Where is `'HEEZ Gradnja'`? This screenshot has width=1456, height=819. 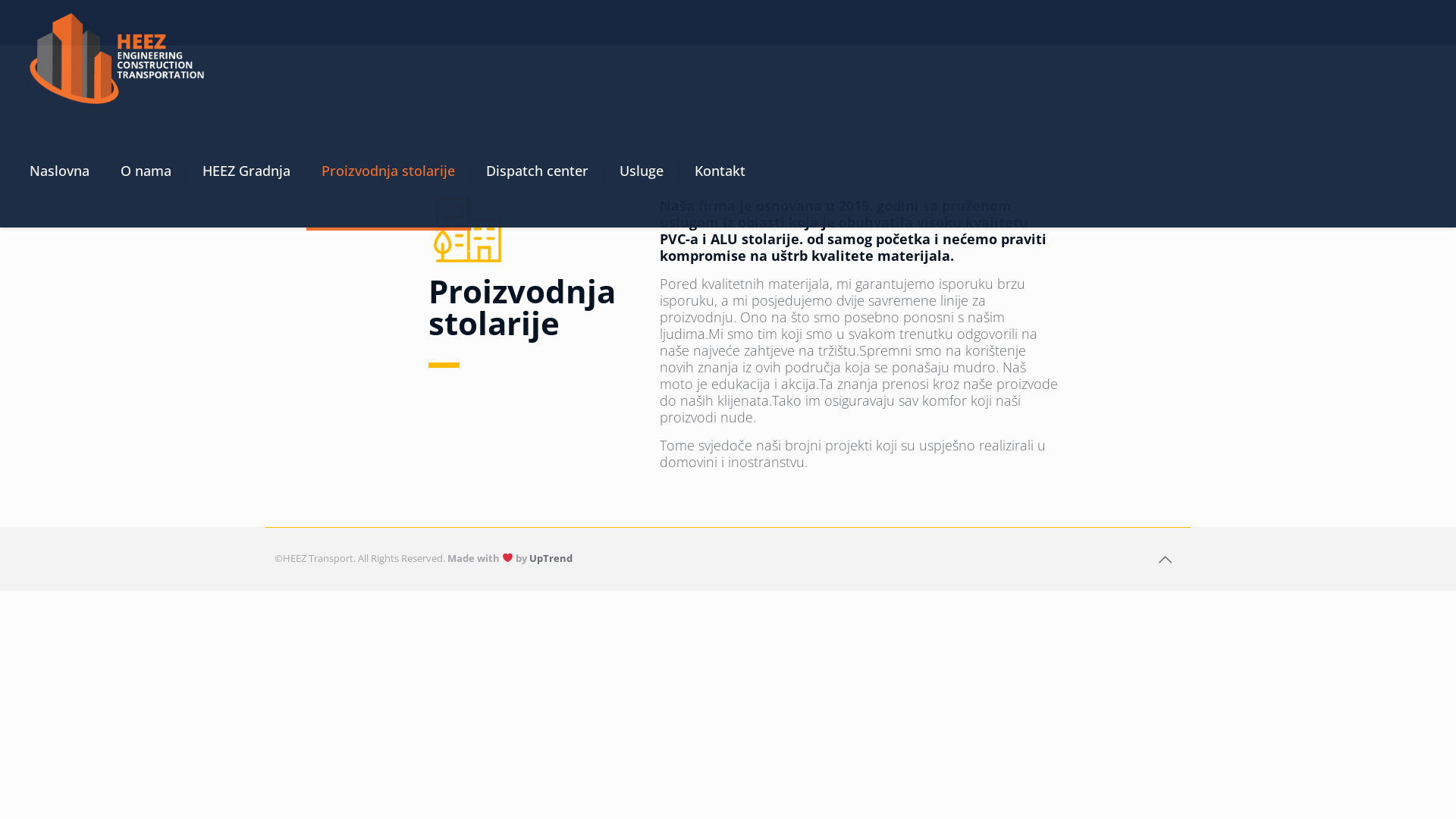 'HEEZ Gradnja' is located at coordinates (186, 170).